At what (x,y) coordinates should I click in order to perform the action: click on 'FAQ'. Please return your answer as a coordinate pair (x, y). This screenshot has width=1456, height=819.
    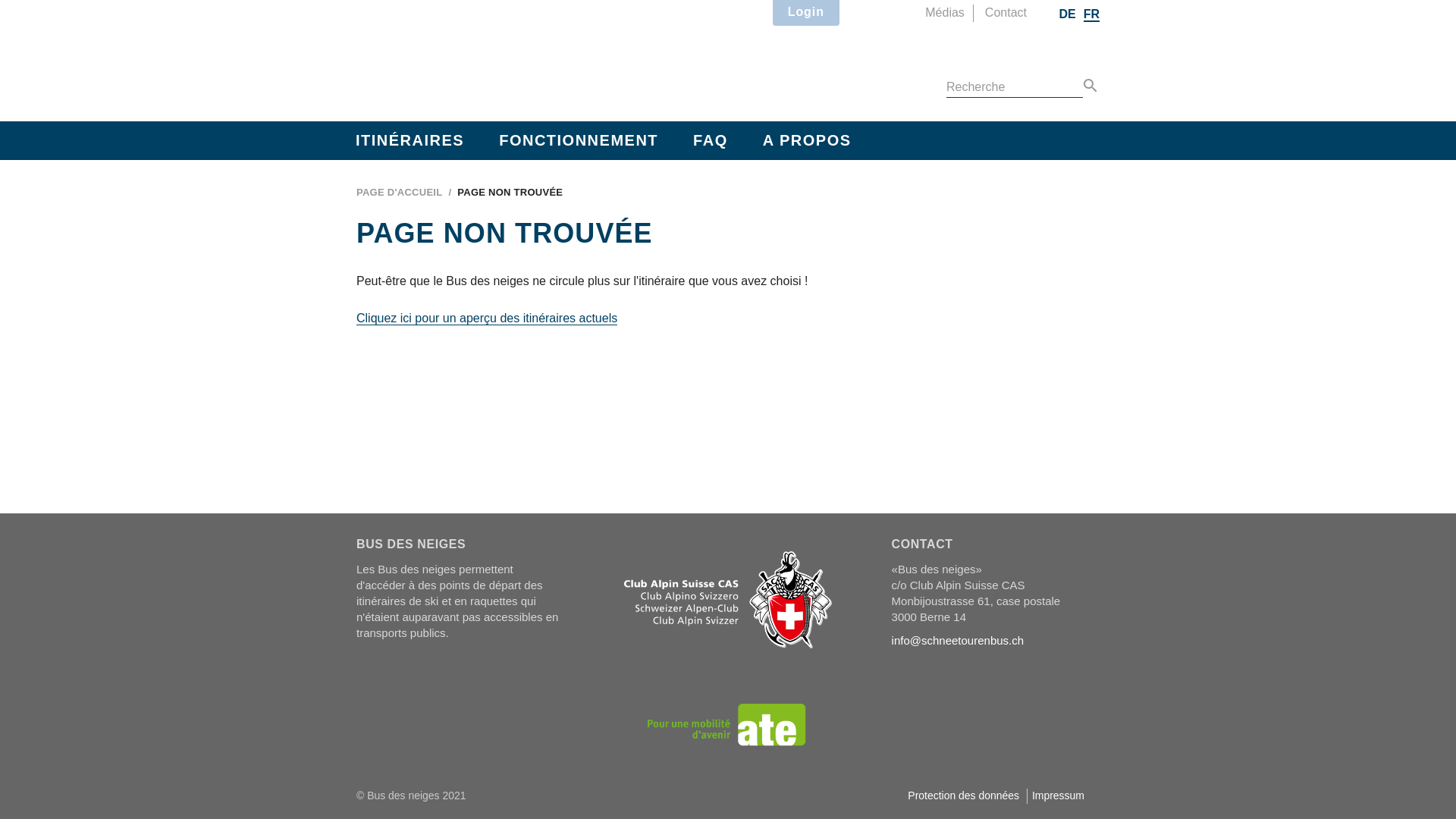
    Looking at the image, I should click on (709, 140).